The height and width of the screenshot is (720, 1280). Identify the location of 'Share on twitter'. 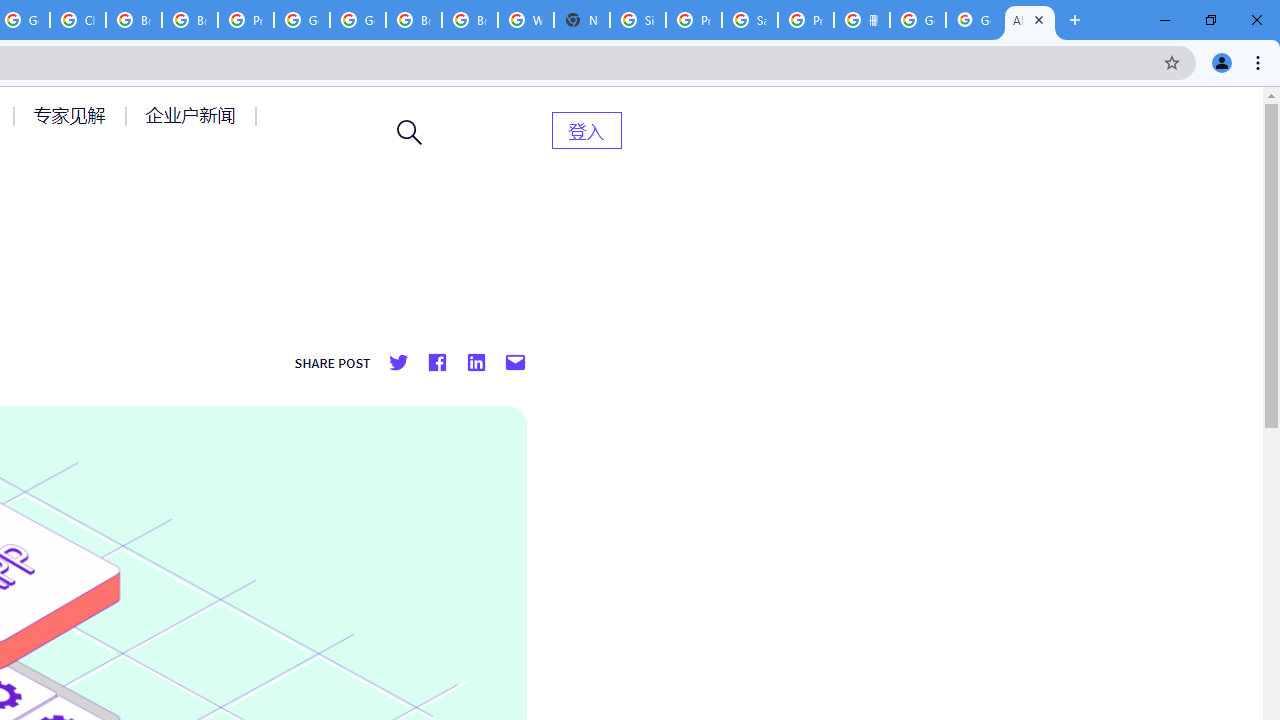
(398, 363).